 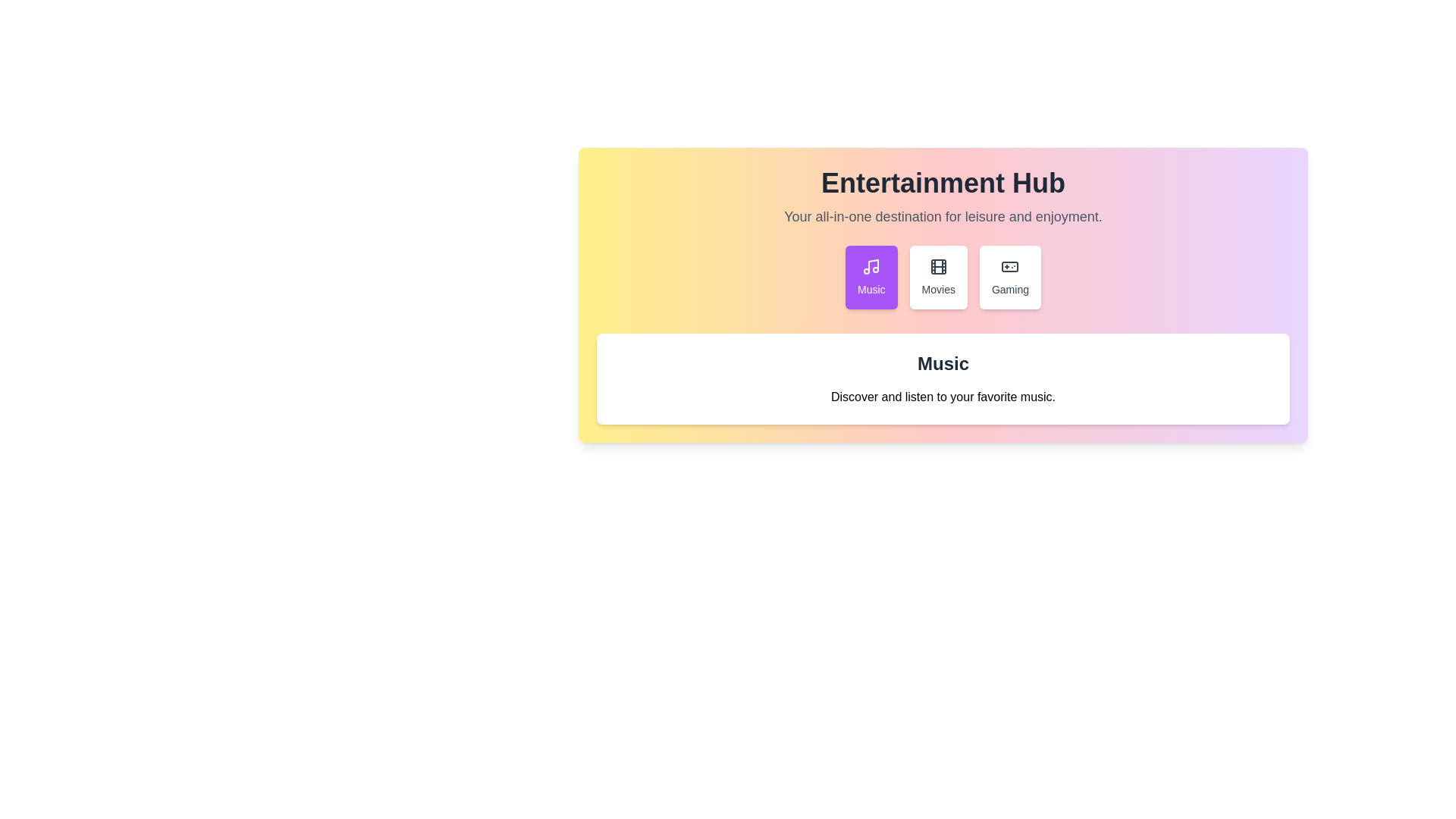 What do you see at coordinates (937, 265) in the screenshot?
I see `the Decorative SVG rectangle that is part of the 'Movies' icon in the entertainment options row` at bounding box center [937, 265].